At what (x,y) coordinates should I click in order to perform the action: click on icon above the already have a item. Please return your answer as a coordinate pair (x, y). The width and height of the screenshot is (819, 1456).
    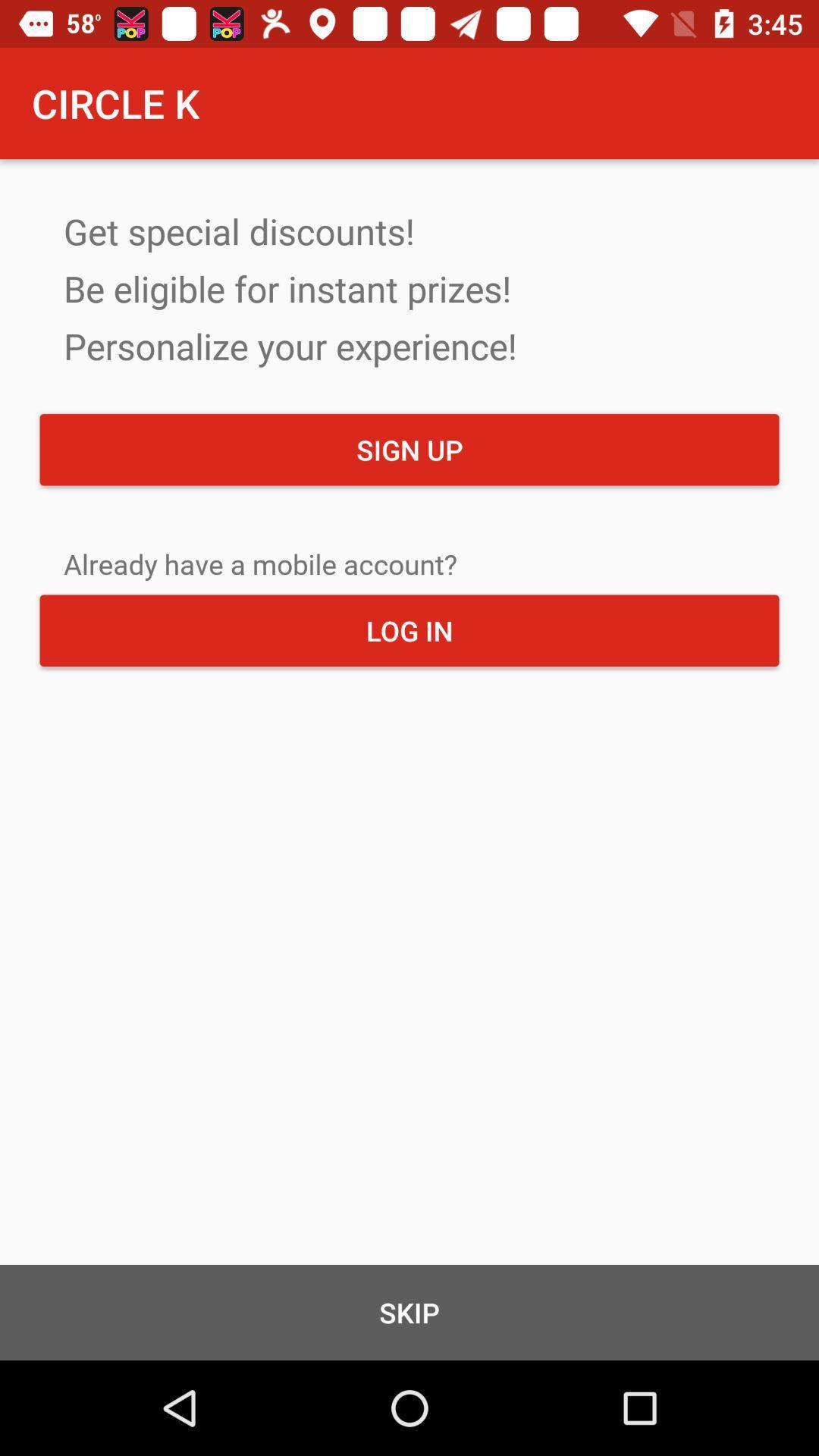
    Looking at the image, I should click on (409, 449).